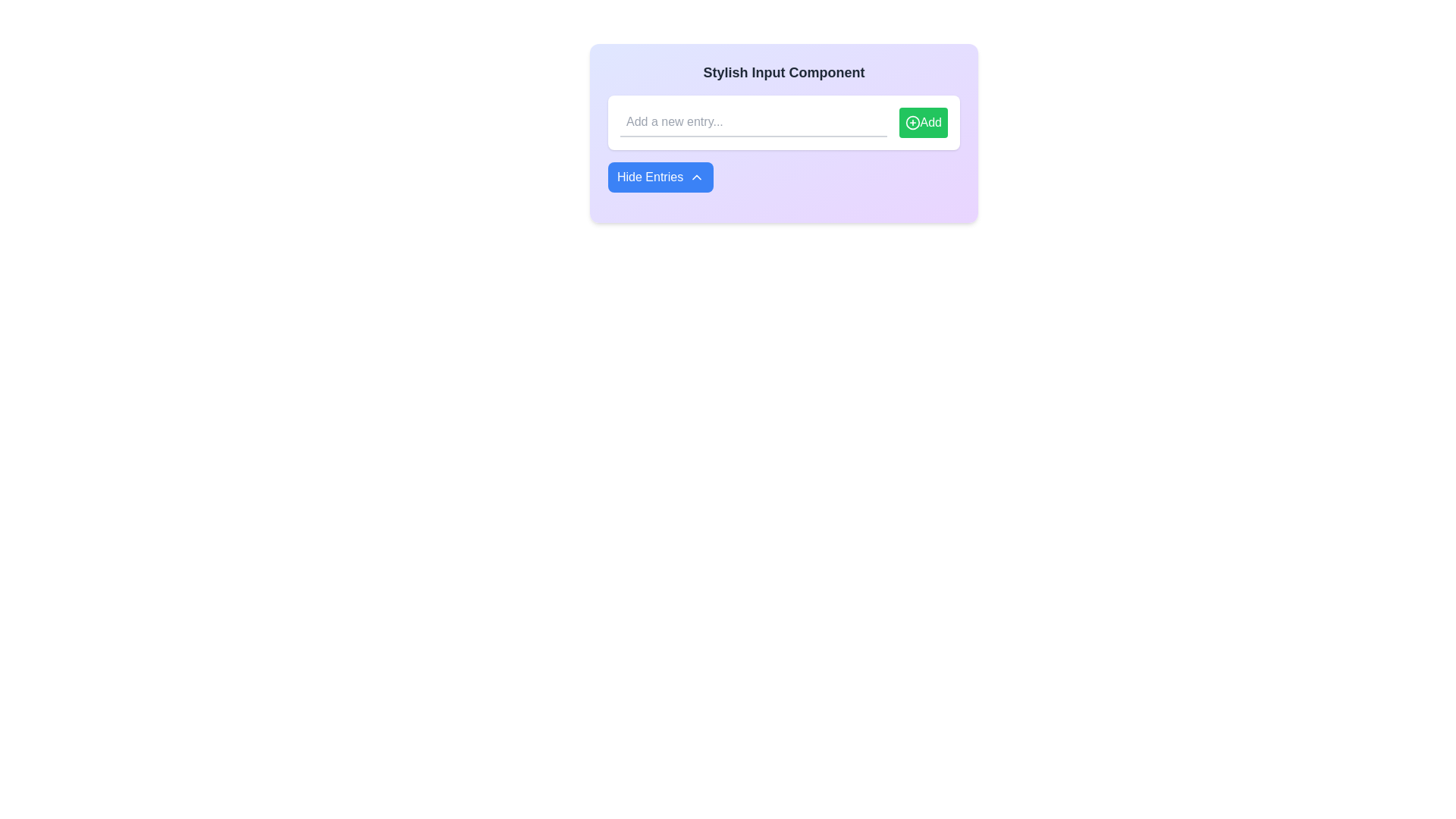 The image size is (1456, 819). I want to click on the chevron-shaped icon pointing upwards located inside the 'Hide Entries' button to trigger the tooltip or hover effect, so click(696, 177).